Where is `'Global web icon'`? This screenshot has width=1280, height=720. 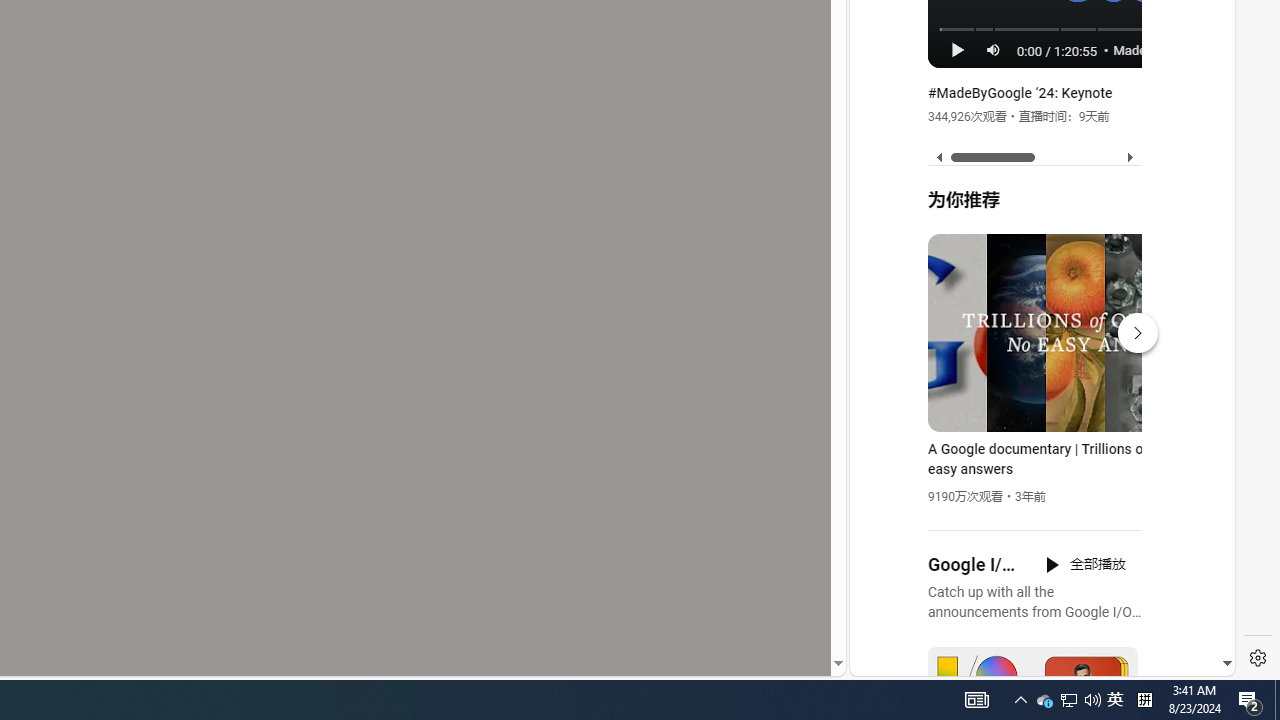 'Global web icon' is located at coordinates (887, 431).